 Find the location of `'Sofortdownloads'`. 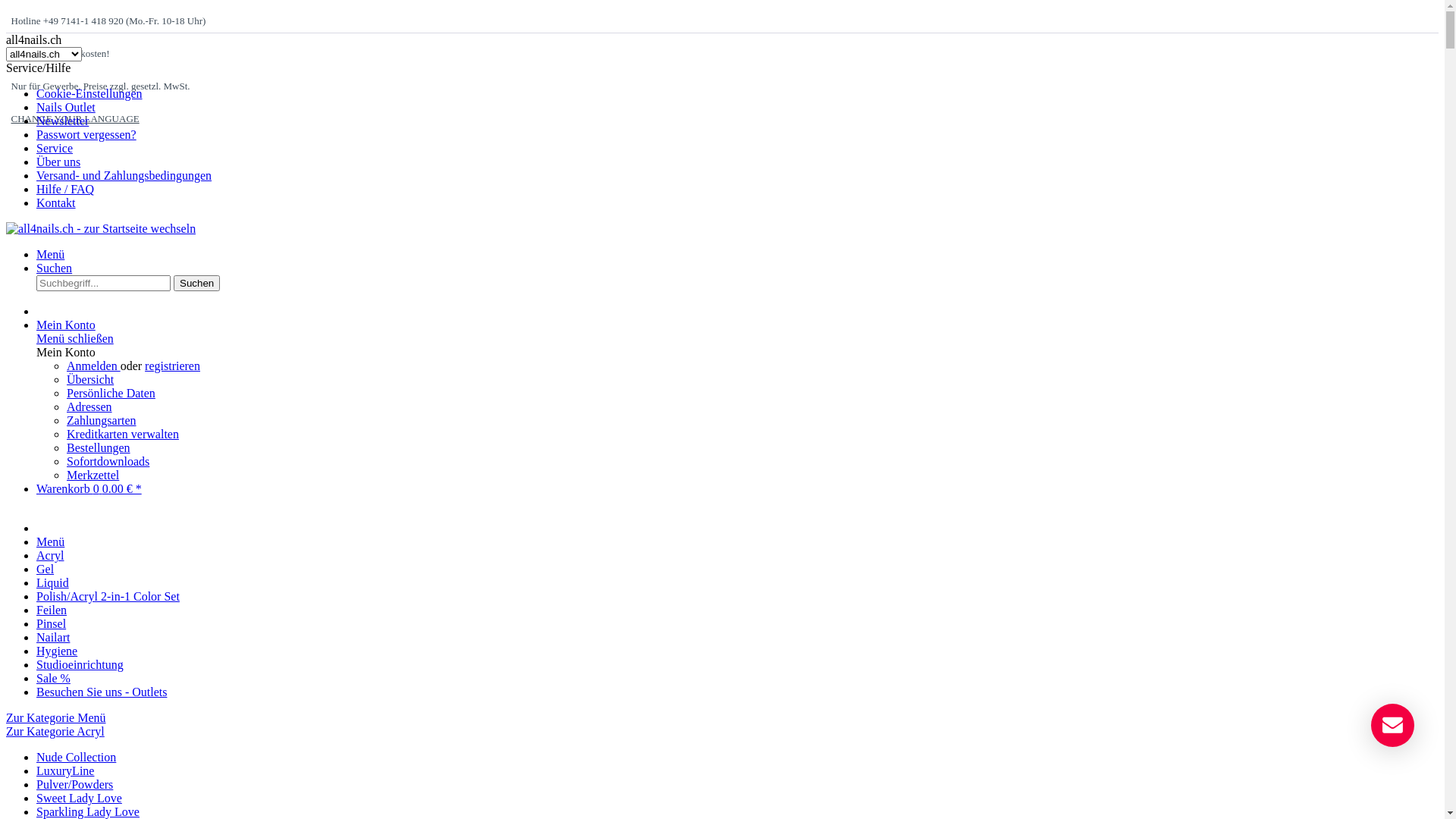

'Sofortdownloads' is located at coordinates (107, 460).